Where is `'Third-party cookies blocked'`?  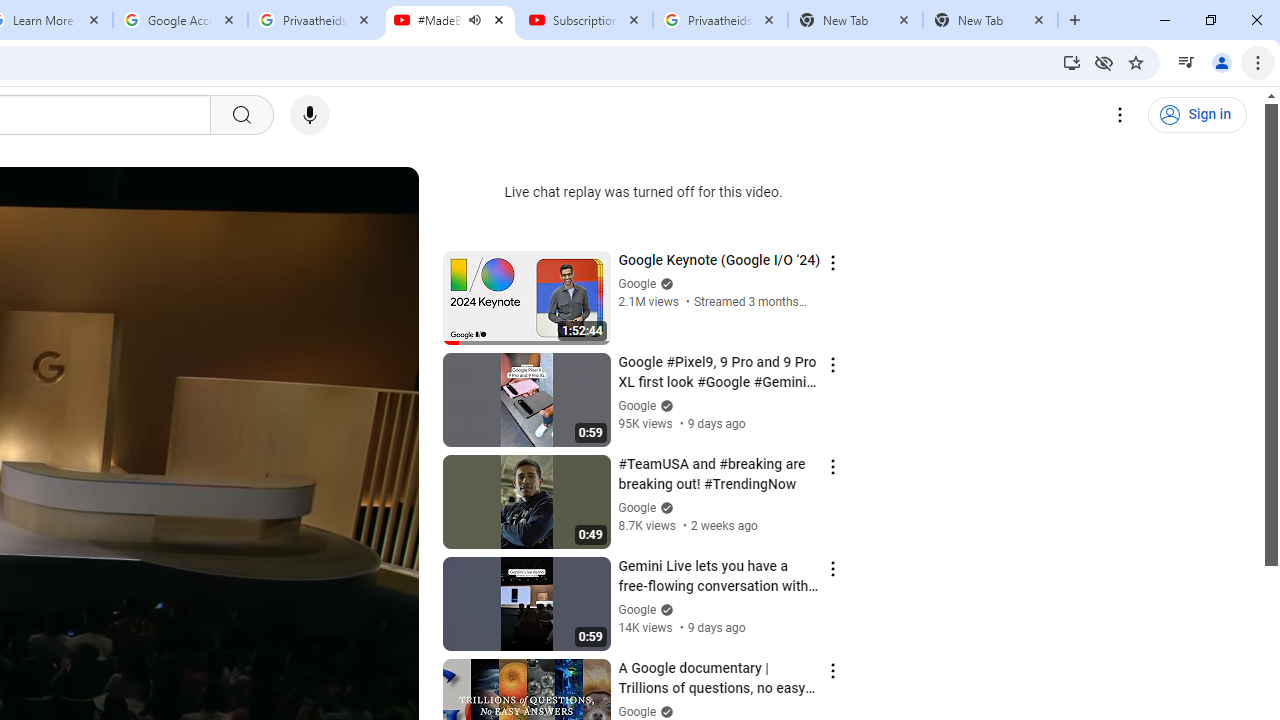
'Third-party cookies blocked' is located at coordinates (1103, 61).